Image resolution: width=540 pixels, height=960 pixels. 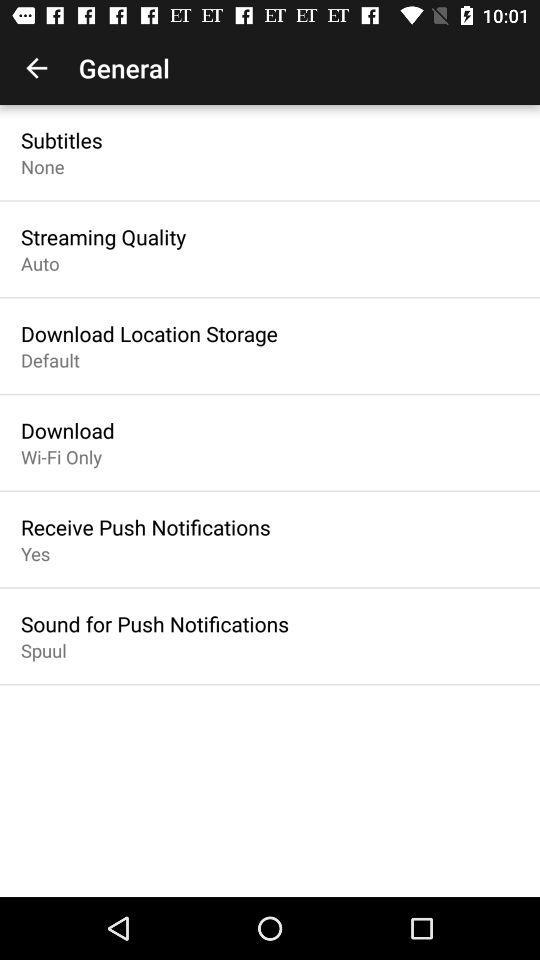 I want to click on icon below the none icon, so click(x=103, y=237).